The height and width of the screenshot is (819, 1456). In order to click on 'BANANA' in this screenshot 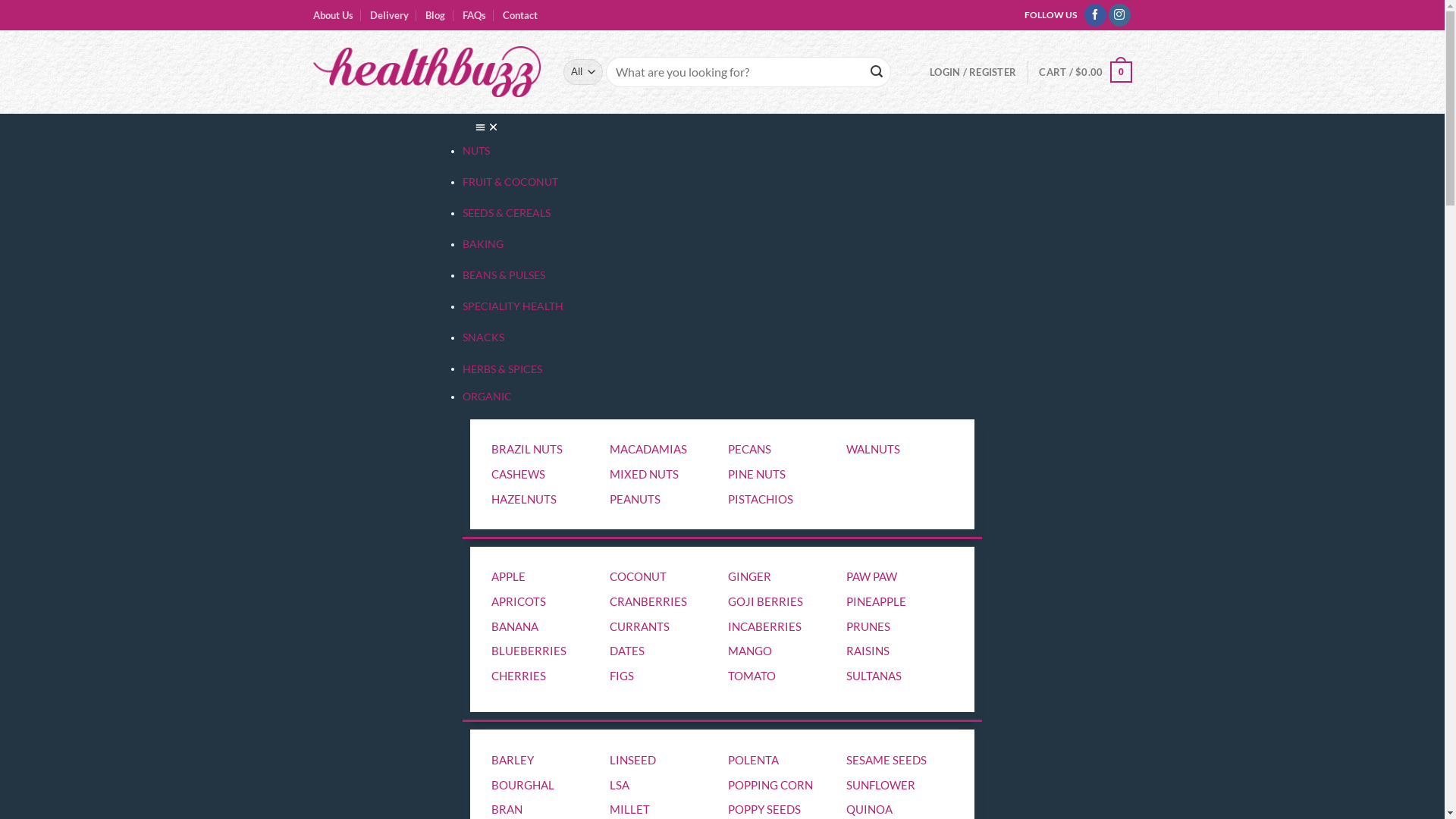, I will do `click(514, 626)`.